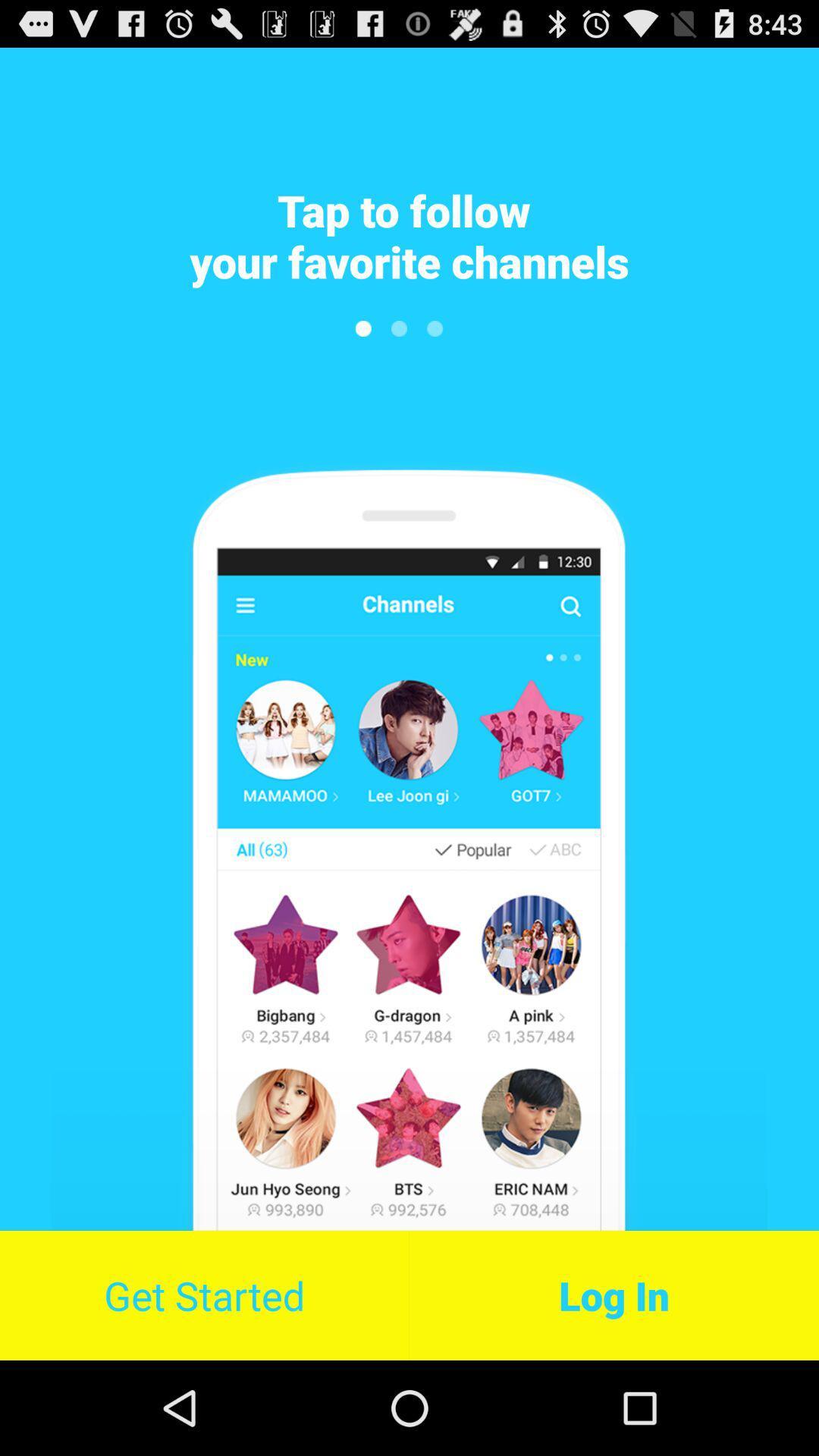 This screenshot has width=819, height=1456. What do you see at coordinates (614, 1294) in the screenshot?
I see `the icon next to get started item` at bounding box center [614, 1294].